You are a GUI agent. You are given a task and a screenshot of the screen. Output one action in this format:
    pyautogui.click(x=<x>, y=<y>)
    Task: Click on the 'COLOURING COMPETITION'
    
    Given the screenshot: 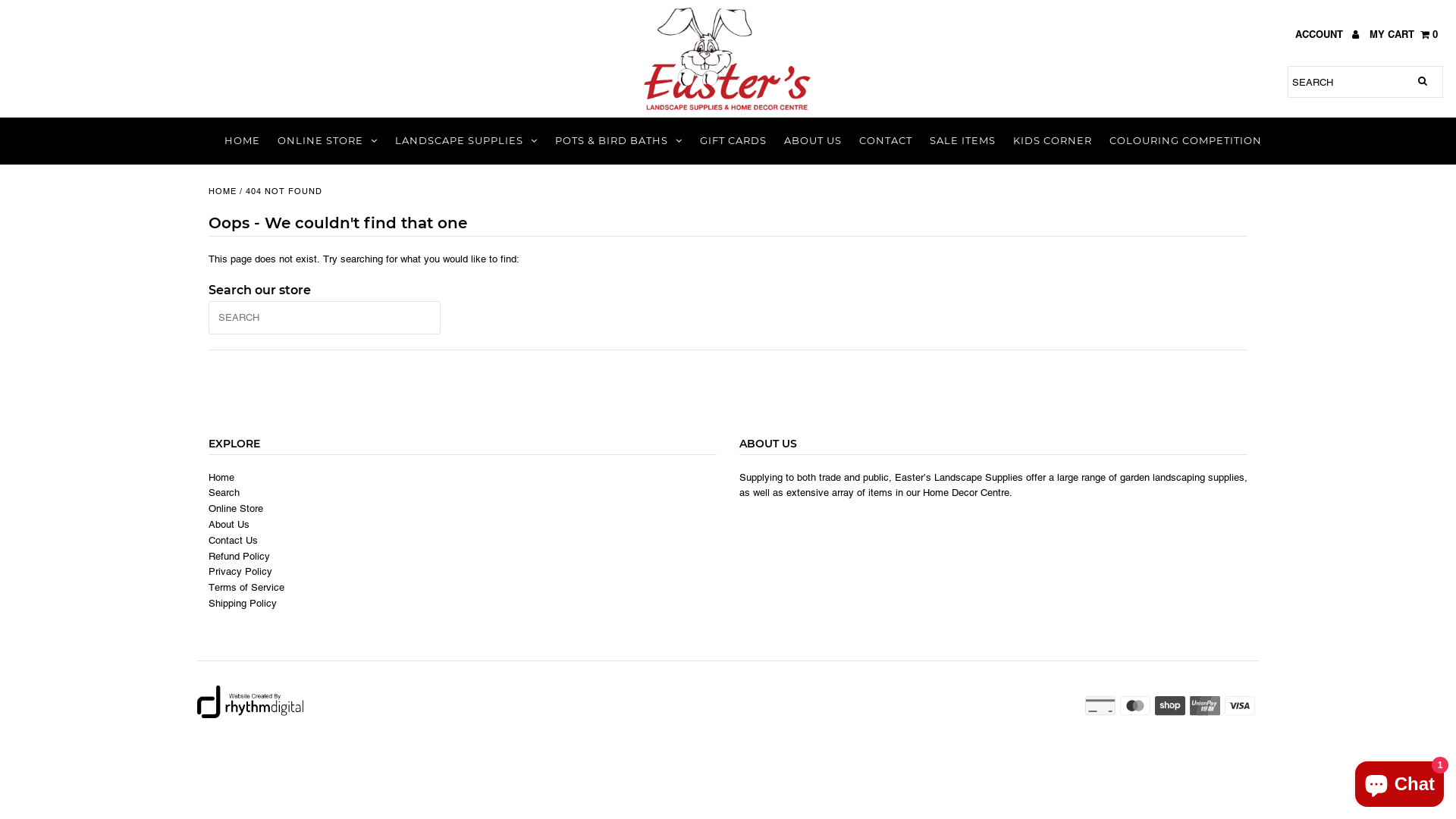 What is the action you would take?
    pyautogui.click(x=1102, y=140)
    